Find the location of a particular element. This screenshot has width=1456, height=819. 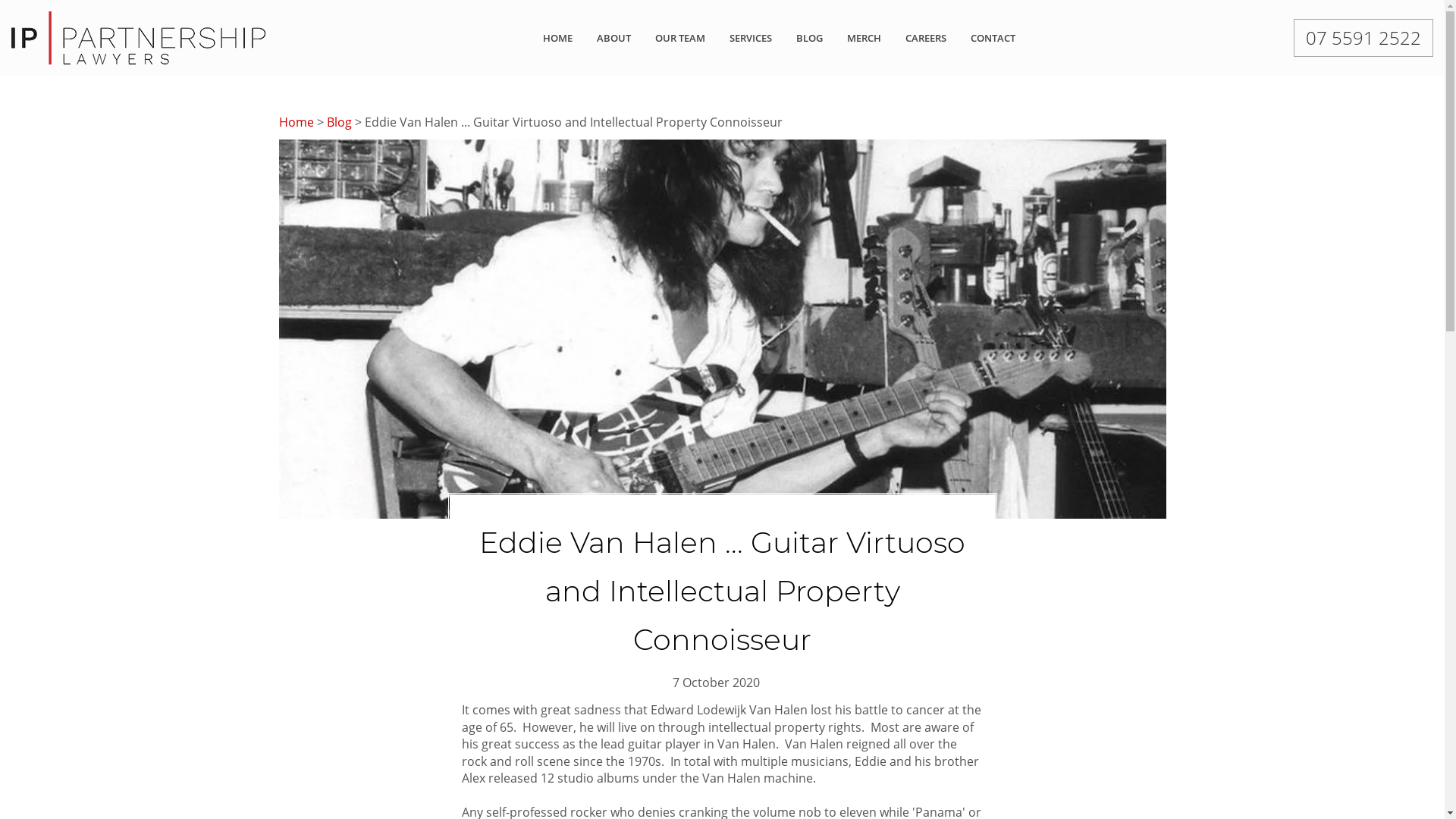

'BLOG' is located at coordinates (808, 37).